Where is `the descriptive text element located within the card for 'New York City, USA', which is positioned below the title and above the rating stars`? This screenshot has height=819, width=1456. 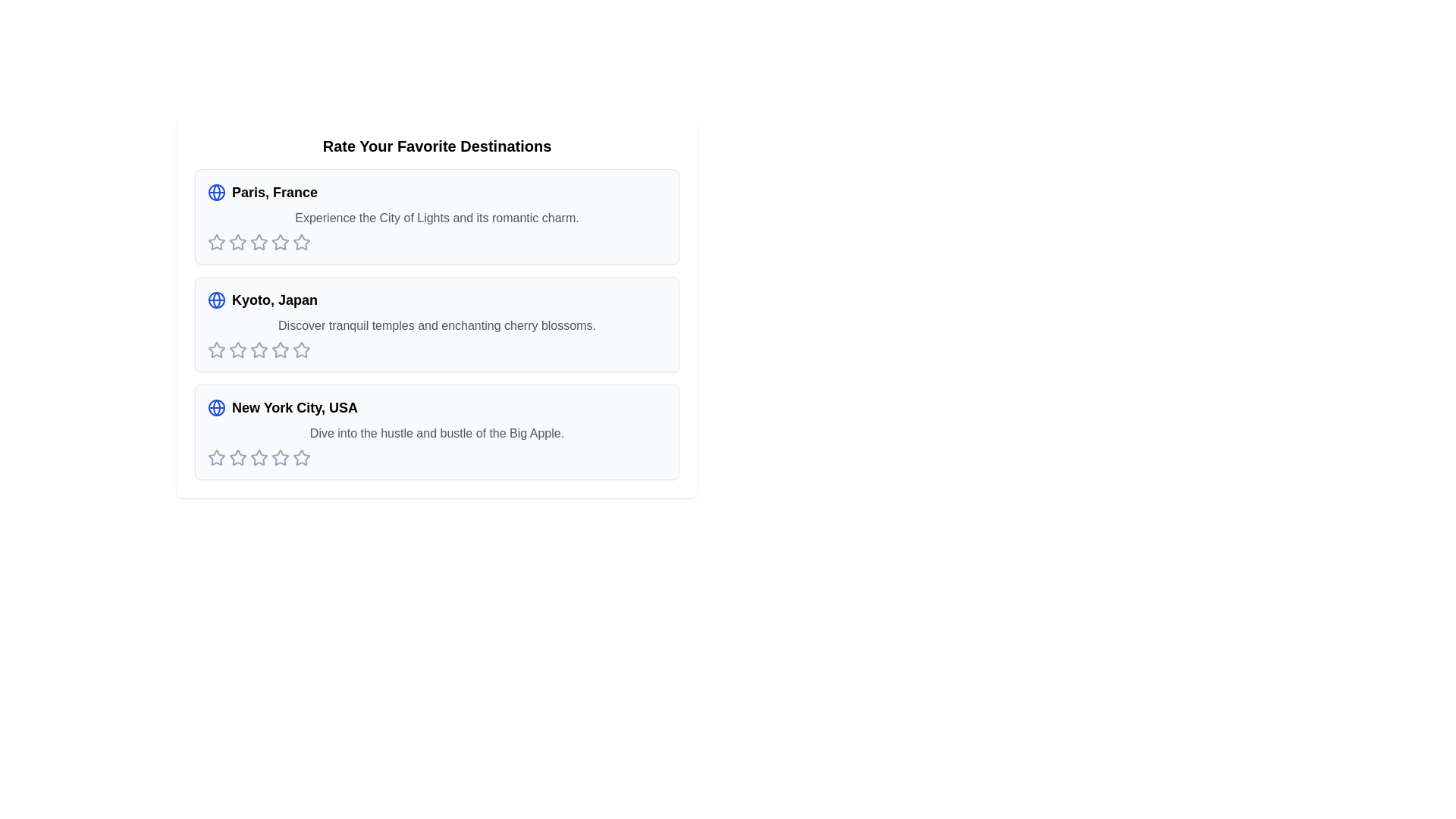
the descriptive text element located within the card for 'New York City, USA', which is positioned below the title and above the rating stars is located at coordinates (436, 433).